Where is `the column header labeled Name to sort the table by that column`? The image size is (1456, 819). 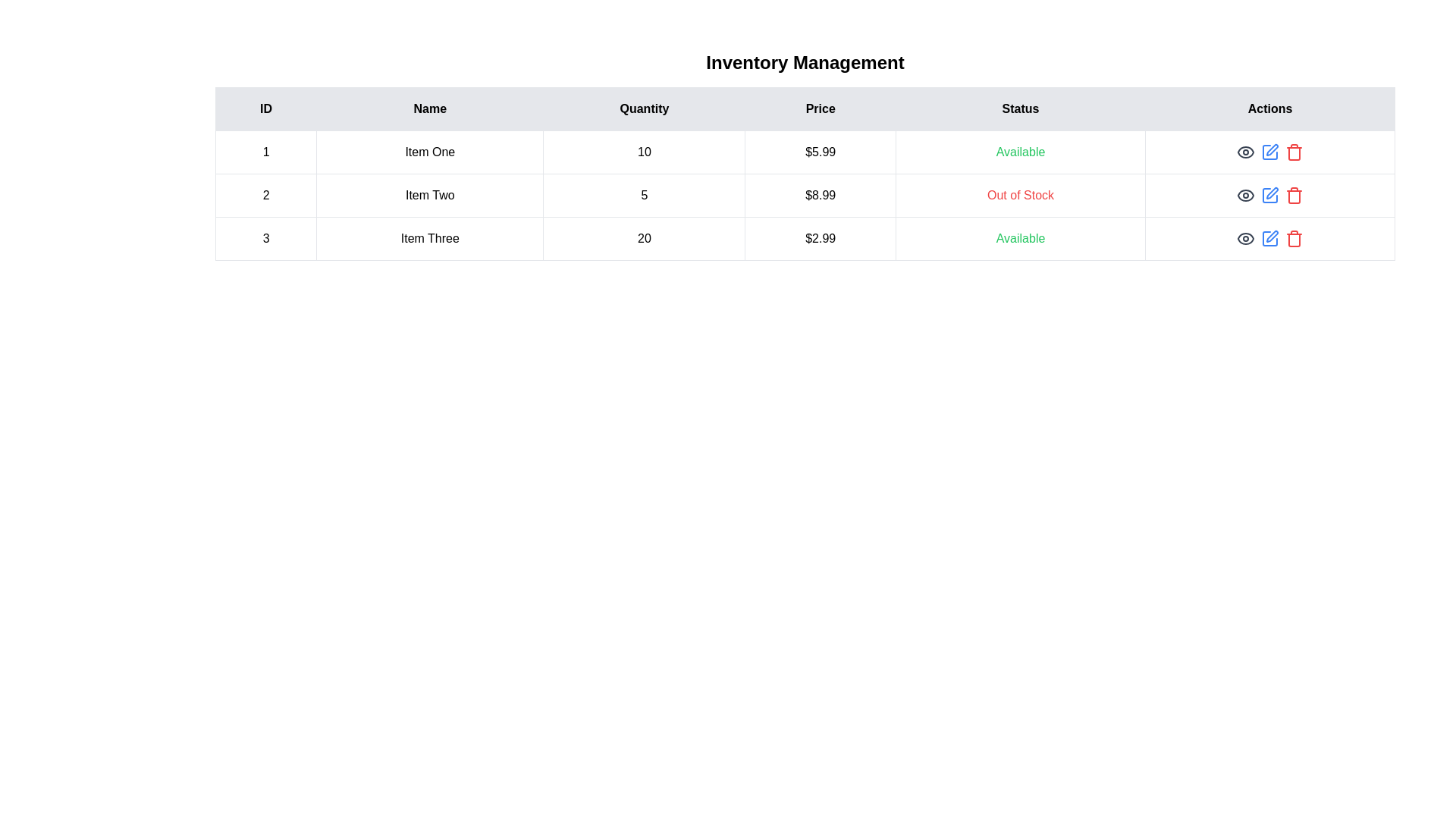 the column header labeled Name to sort the table by that column is located at coordinates (428, 108).